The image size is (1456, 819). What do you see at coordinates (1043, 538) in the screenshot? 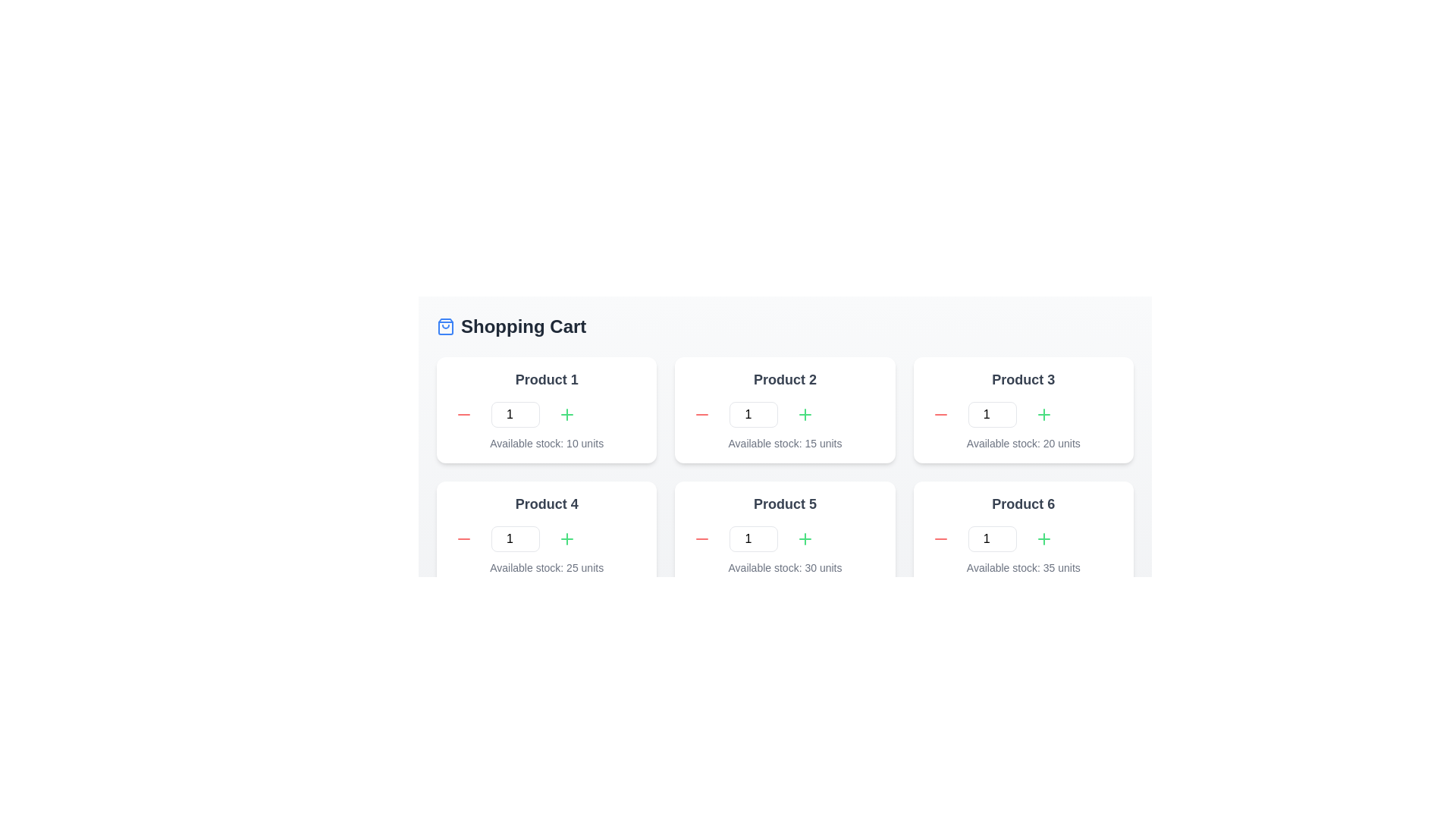
I see `the green circular button with a plus icon to observe the hover effect, located to the right of the text input field for product quantity adjustment in the sixth product card of the shopping cart grid` at bounding box center [1043, 538].